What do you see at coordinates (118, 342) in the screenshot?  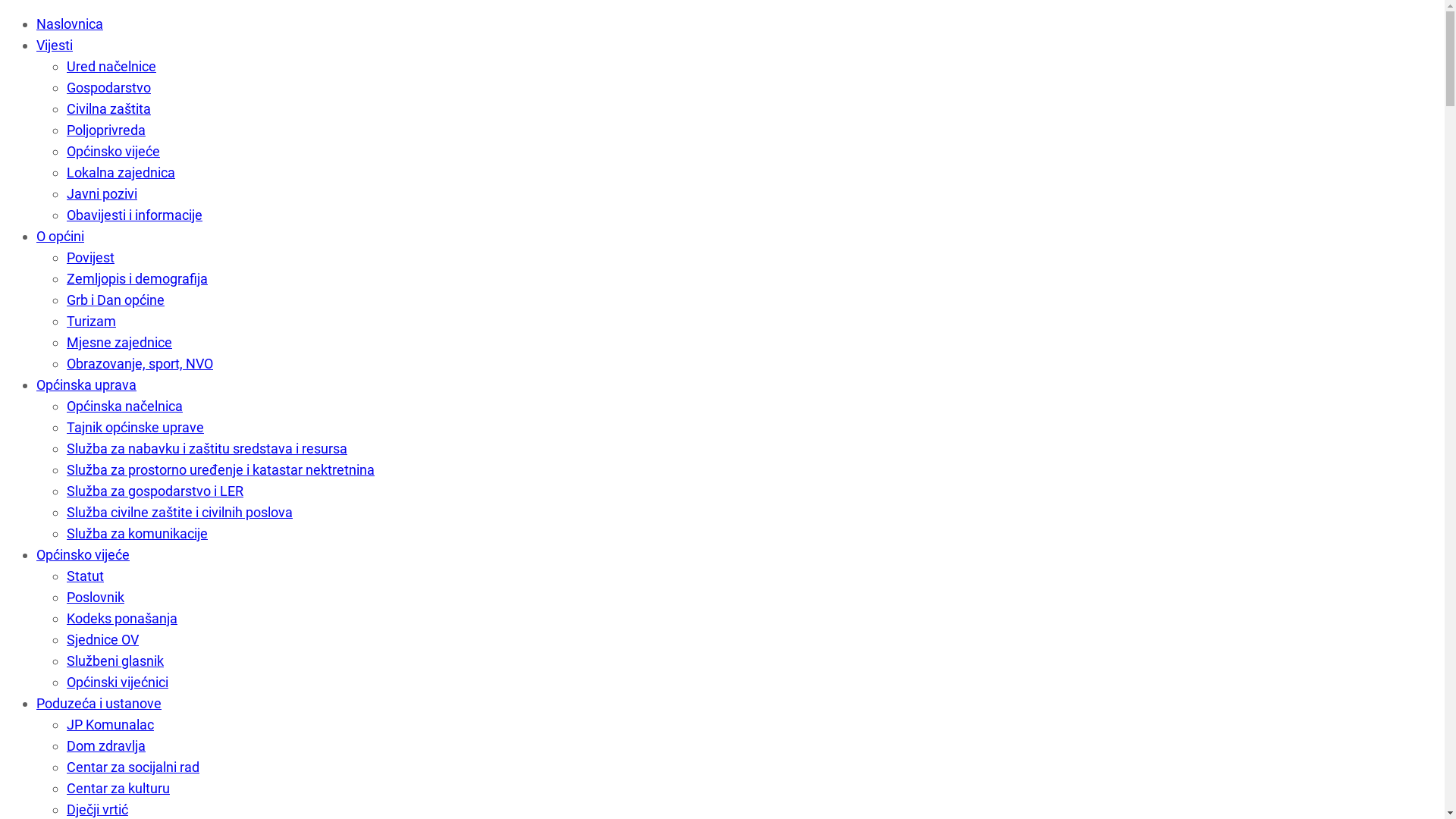 I see `'Mjesne zajednice'` at bounding box center [118, 342].